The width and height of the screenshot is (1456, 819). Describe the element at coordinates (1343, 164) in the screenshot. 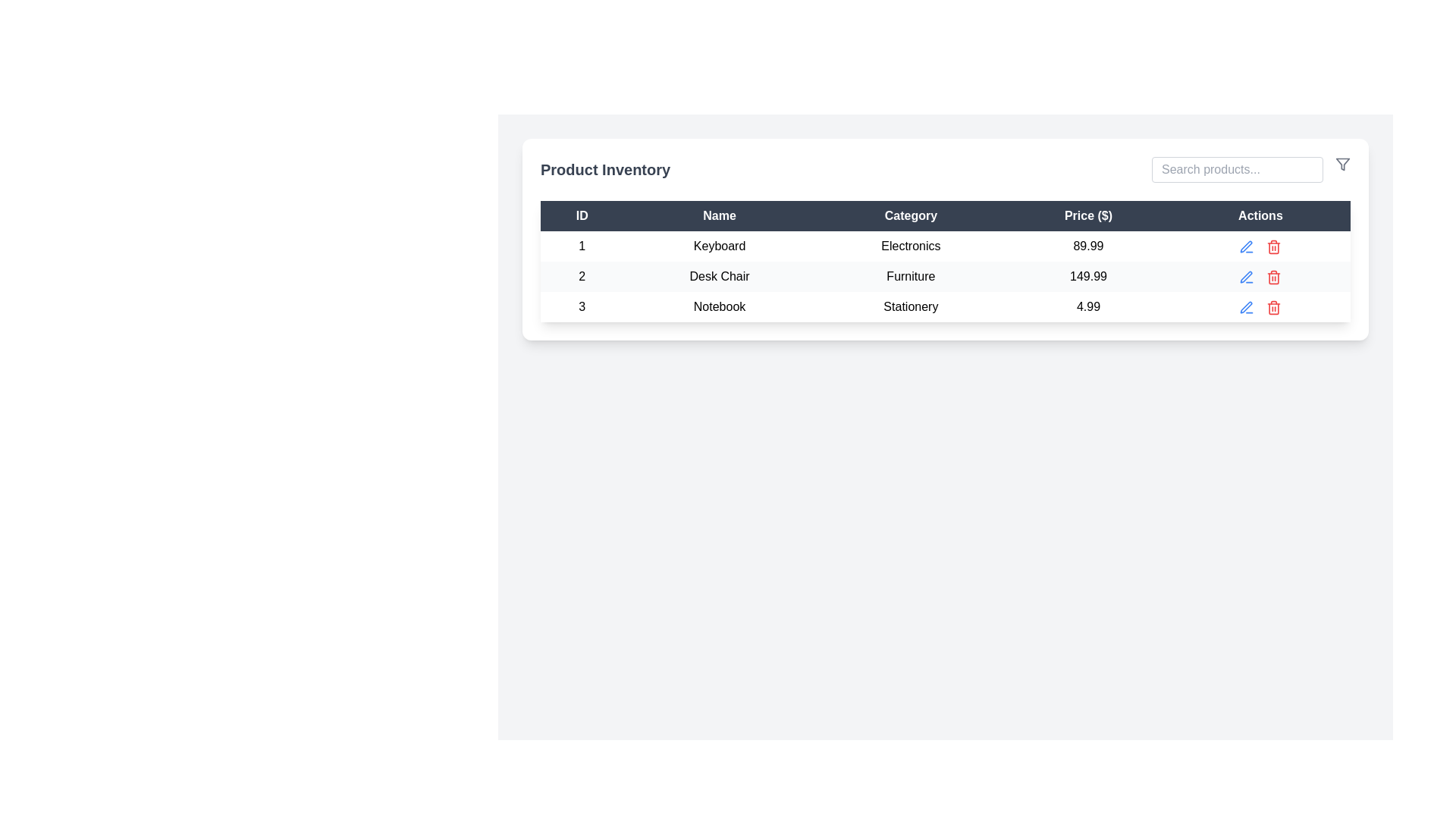

I see `the filter icon, which is a funnel-shaped SVG graphic located in the Actions area of the UI header, near the right boundary of the search bar` at that location.